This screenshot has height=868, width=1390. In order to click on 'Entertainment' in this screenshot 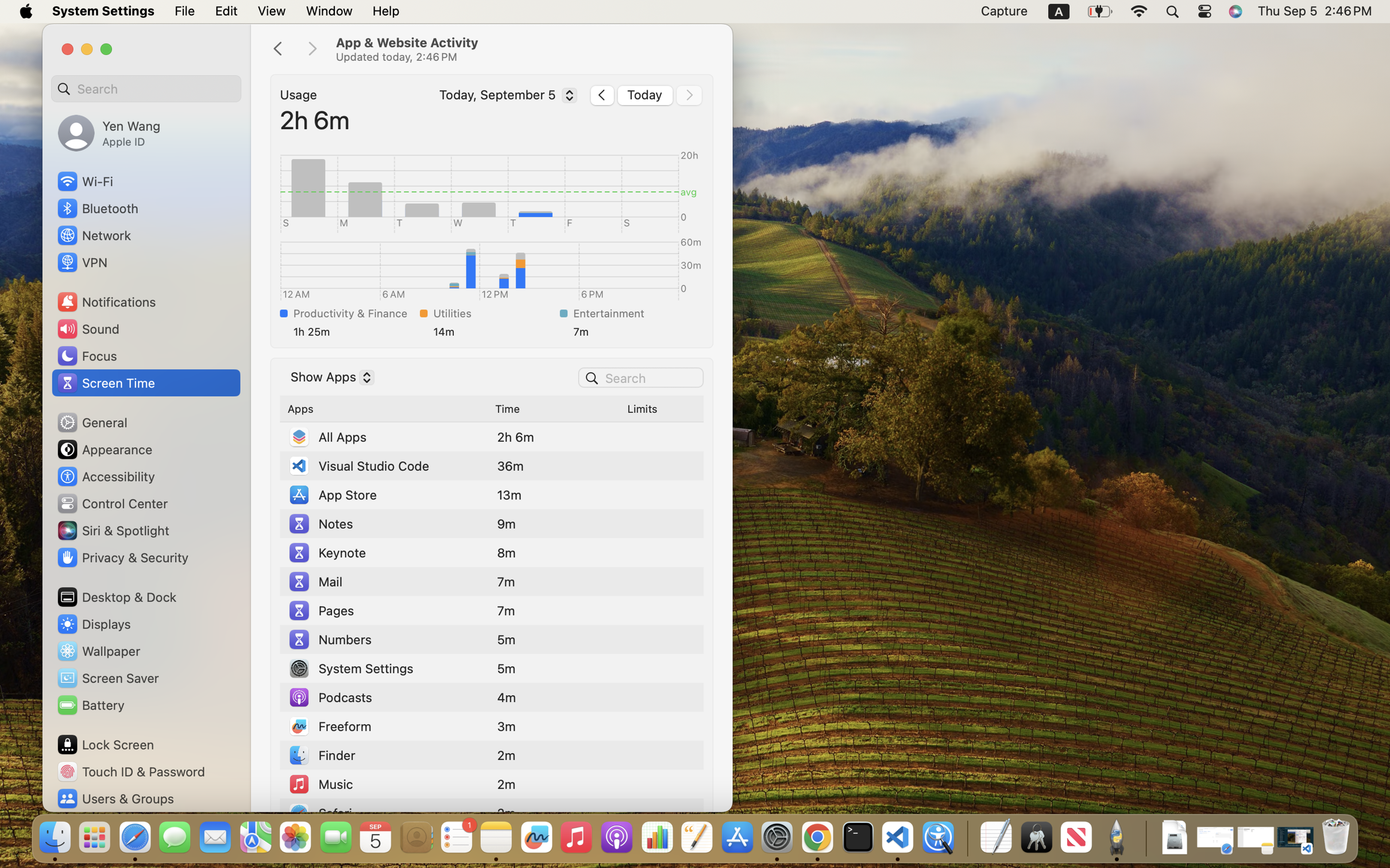, I will do `click(635, 312)`.